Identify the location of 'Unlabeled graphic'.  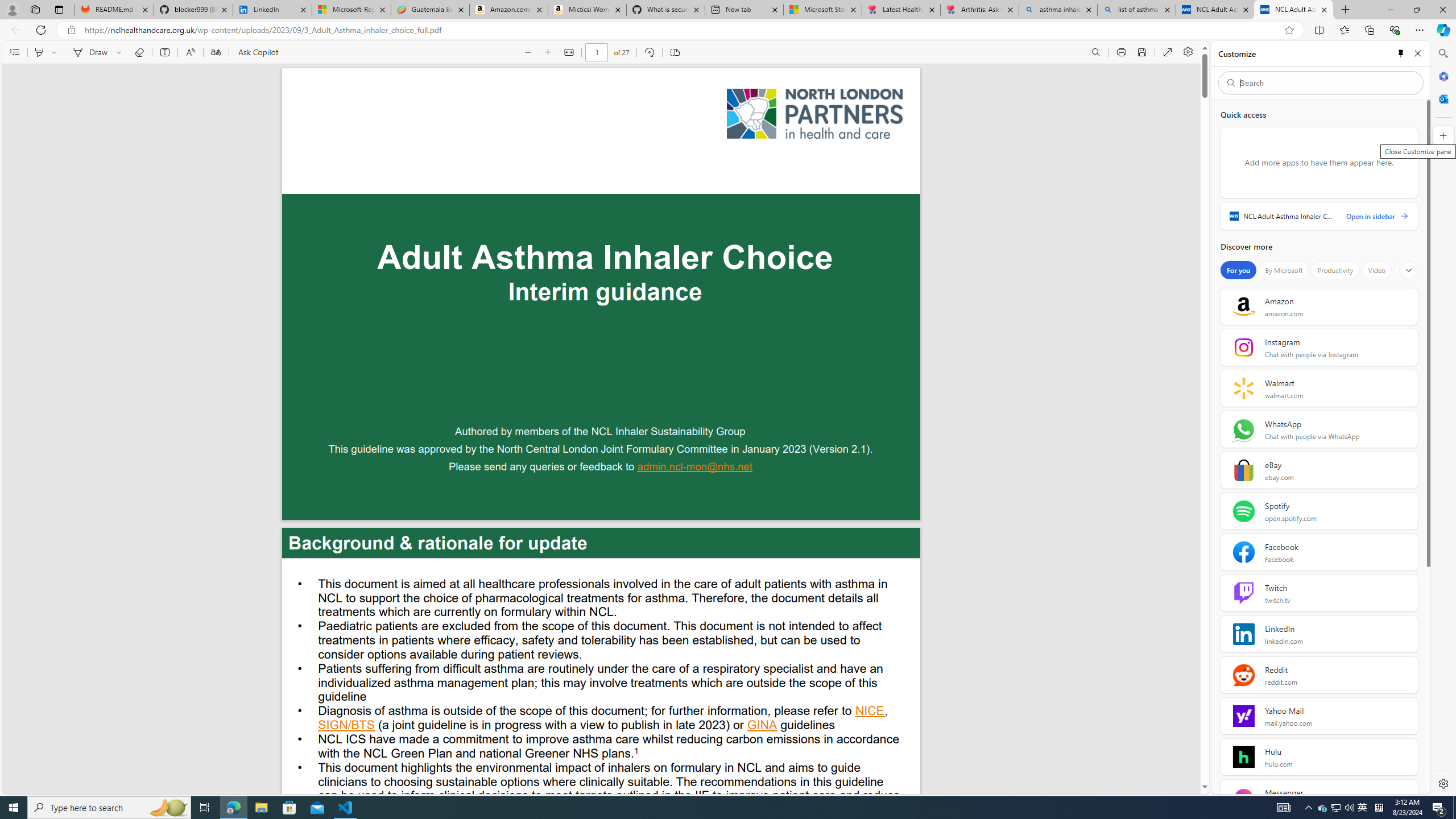
(814, 113).